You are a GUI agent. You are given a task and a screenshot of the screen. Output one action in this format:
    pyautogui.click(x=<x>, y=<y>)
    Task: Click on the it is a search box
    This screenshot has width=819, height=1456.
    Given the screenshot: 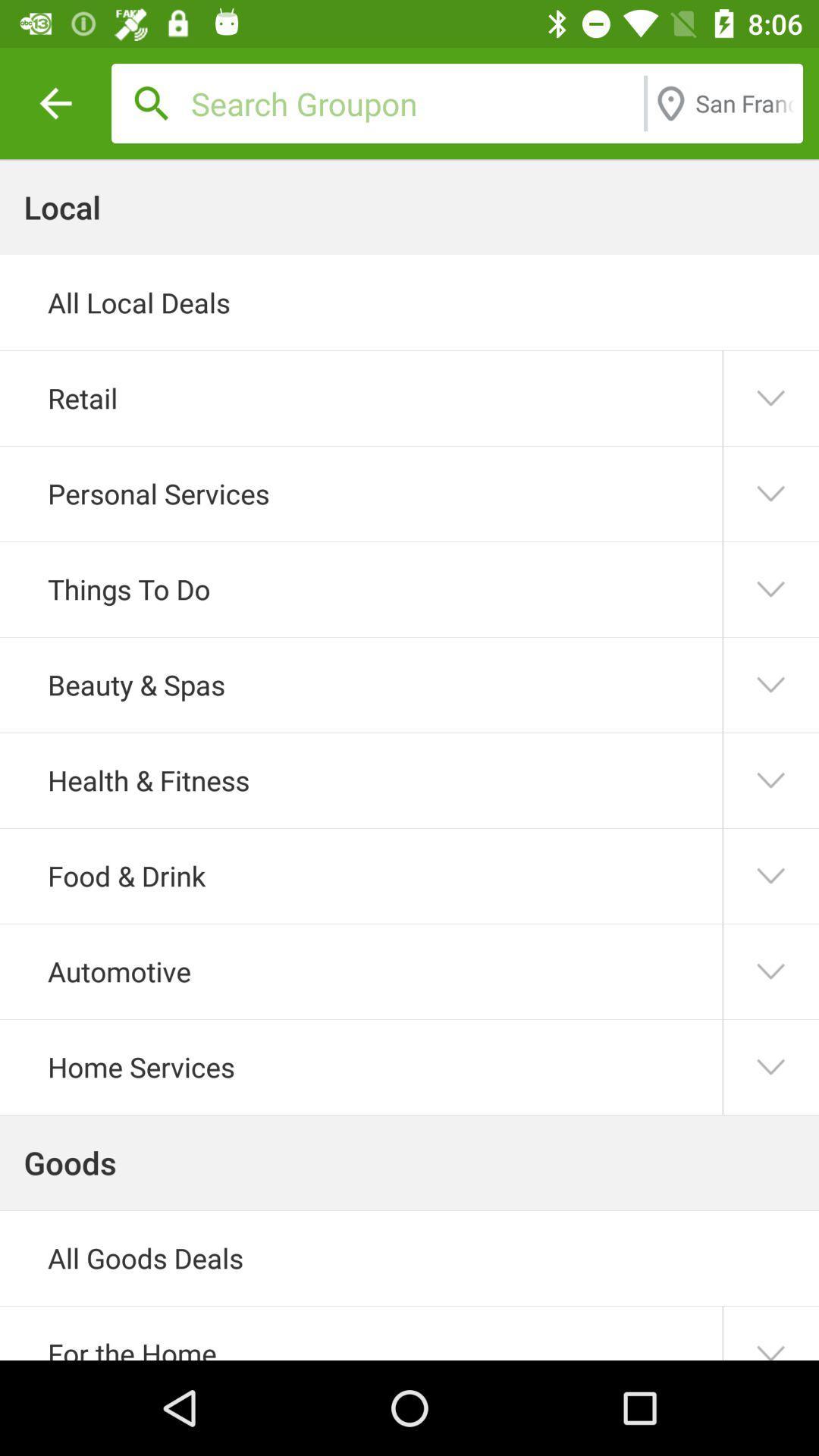 What is the action you would take?
    pyautogui.click(x=413, y=102)
    